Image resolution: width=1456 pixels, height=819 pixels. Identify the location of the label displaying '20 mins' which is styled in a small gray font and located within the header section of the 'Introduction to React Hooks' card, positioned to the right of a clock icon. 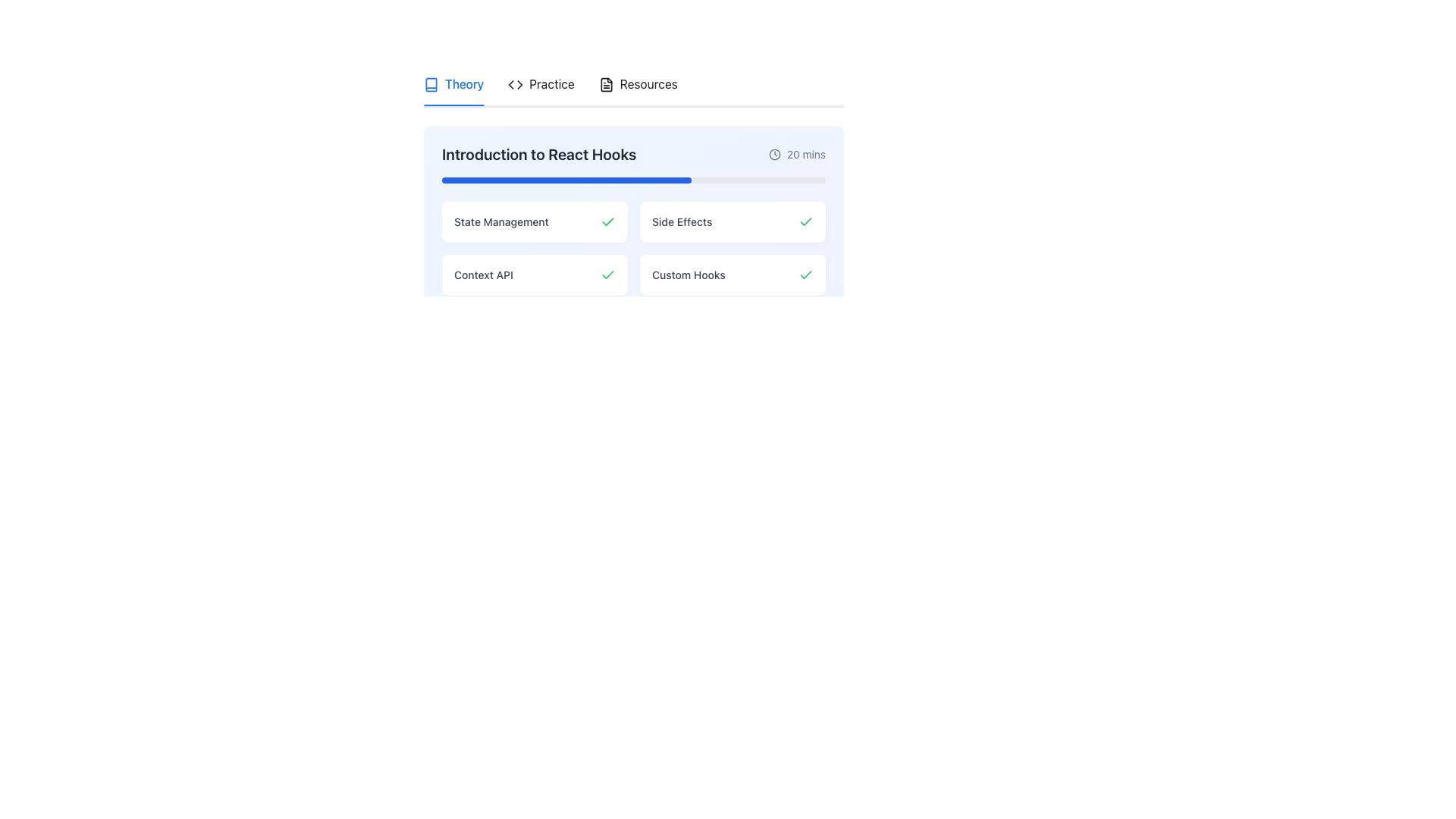
(805, 155).